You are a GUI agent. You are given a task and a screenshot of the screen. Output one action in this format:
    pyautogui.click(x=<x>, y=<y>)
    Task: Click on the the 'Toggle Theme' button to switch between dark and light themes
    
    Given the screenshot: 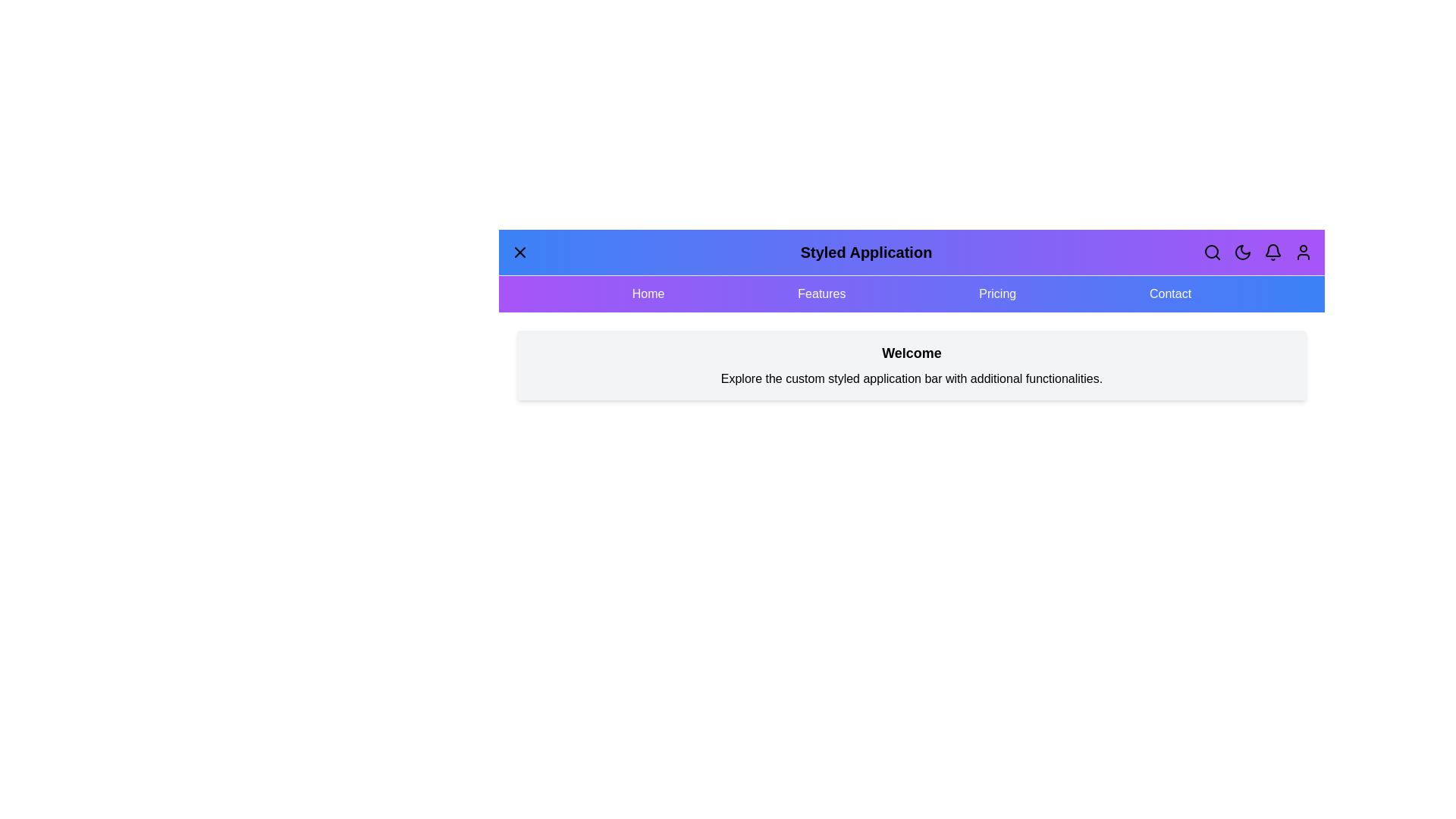 What is the action you would take?
    pyautogui.click(x=1242, y=251)
    